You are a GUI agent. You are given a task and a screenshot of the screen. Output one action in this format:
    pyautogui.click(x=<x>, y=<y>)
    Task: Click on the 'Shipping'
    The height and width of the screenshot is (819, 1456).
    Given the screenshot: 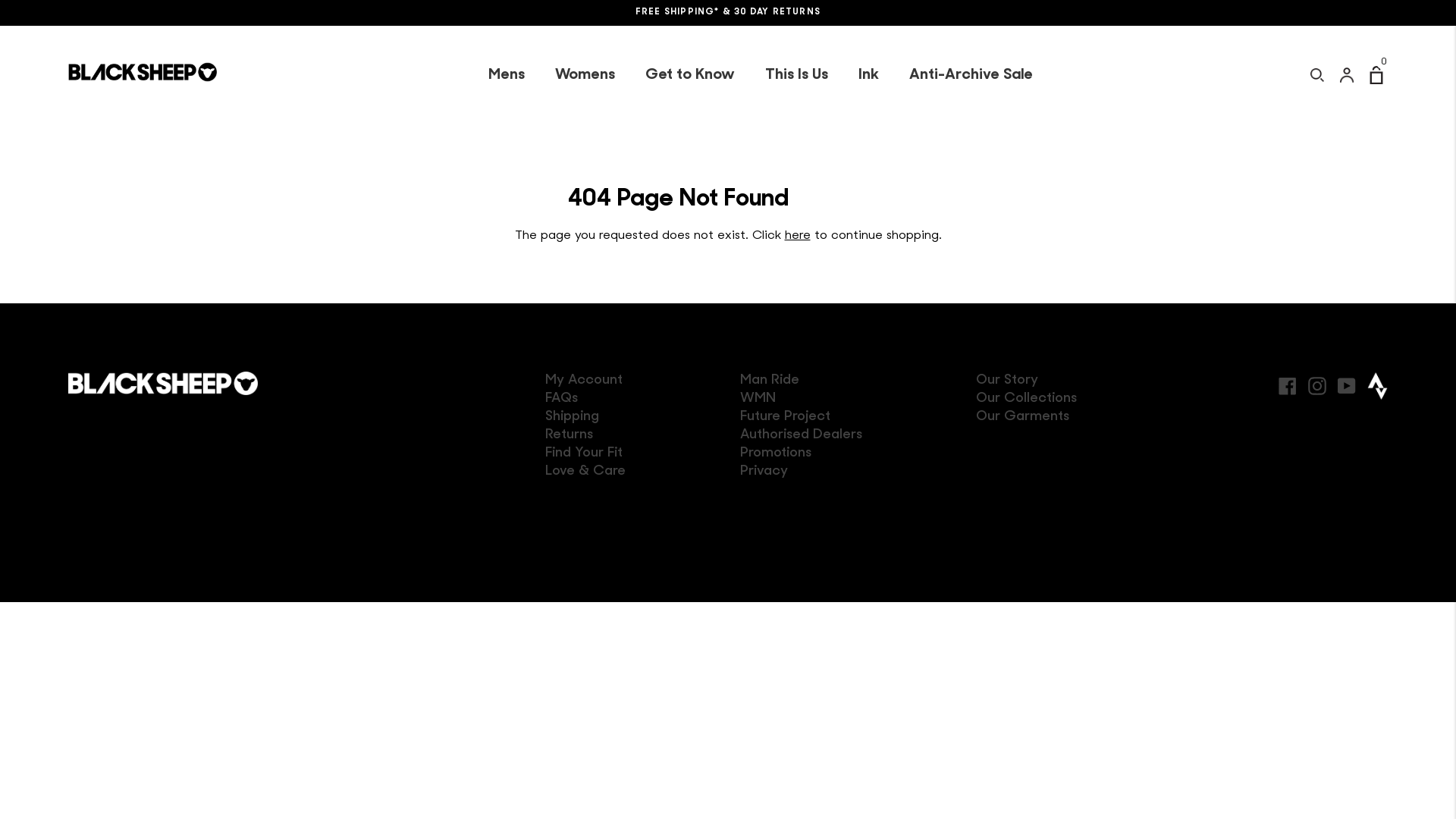 What is the action you would take?
    pyautogui.click(x=571, y=416)
    